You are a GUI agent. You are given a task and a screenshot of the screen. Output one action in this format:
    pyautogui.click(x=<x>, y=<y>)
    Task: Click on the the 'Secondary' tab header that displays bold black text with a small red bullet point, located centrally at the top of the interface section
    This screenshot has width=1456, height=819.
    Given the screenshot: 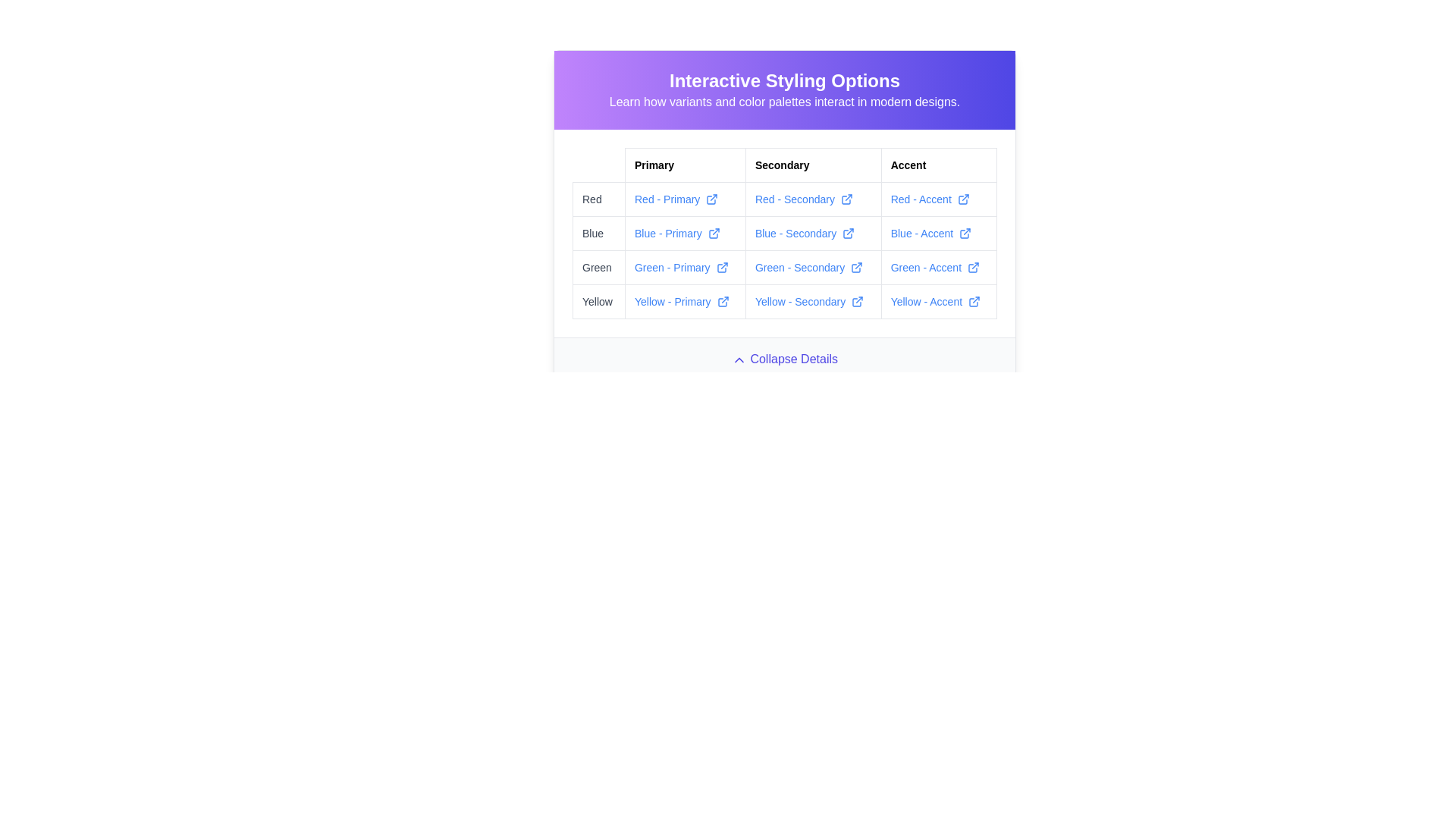 What is the action you would take?
    pyautogui.click(x=812, y=165)
    